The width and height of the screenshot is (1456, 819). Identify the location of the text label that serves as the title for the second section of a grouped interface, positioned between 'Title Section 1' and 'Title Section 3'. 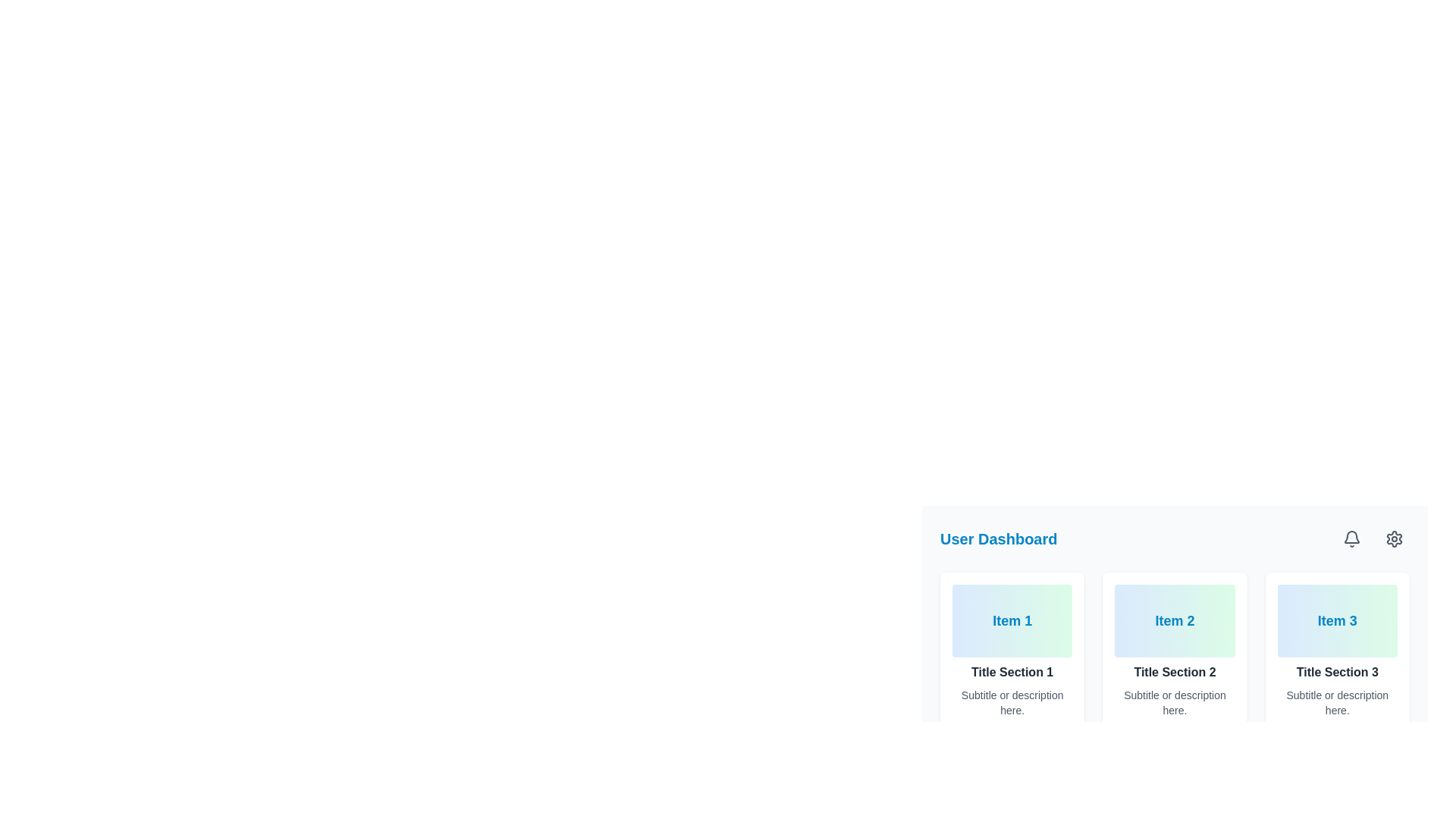
(1174, 672).